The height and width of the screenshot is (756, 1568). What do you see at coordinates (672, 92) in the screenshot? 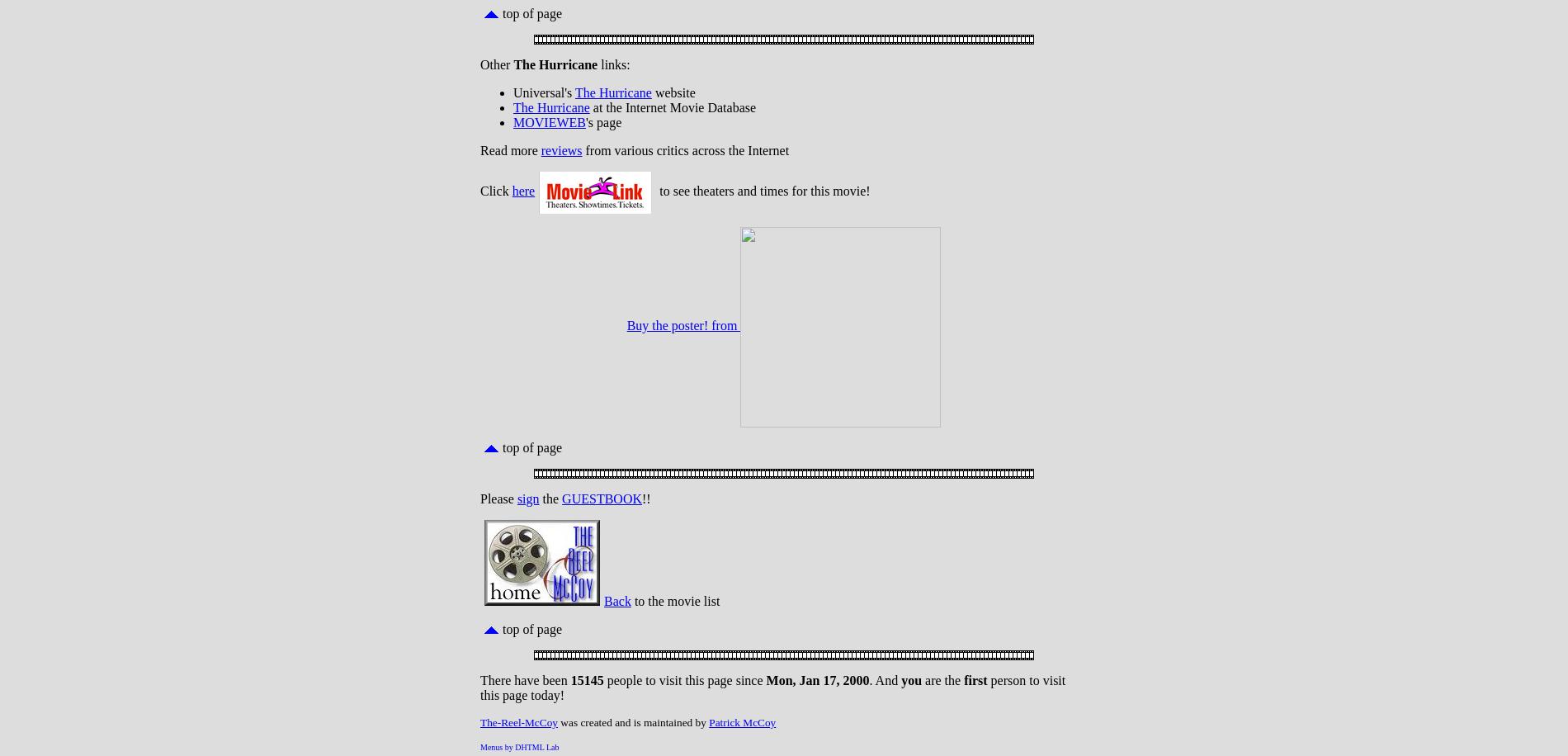
I see `'website'` at bounding box center [672, 92].